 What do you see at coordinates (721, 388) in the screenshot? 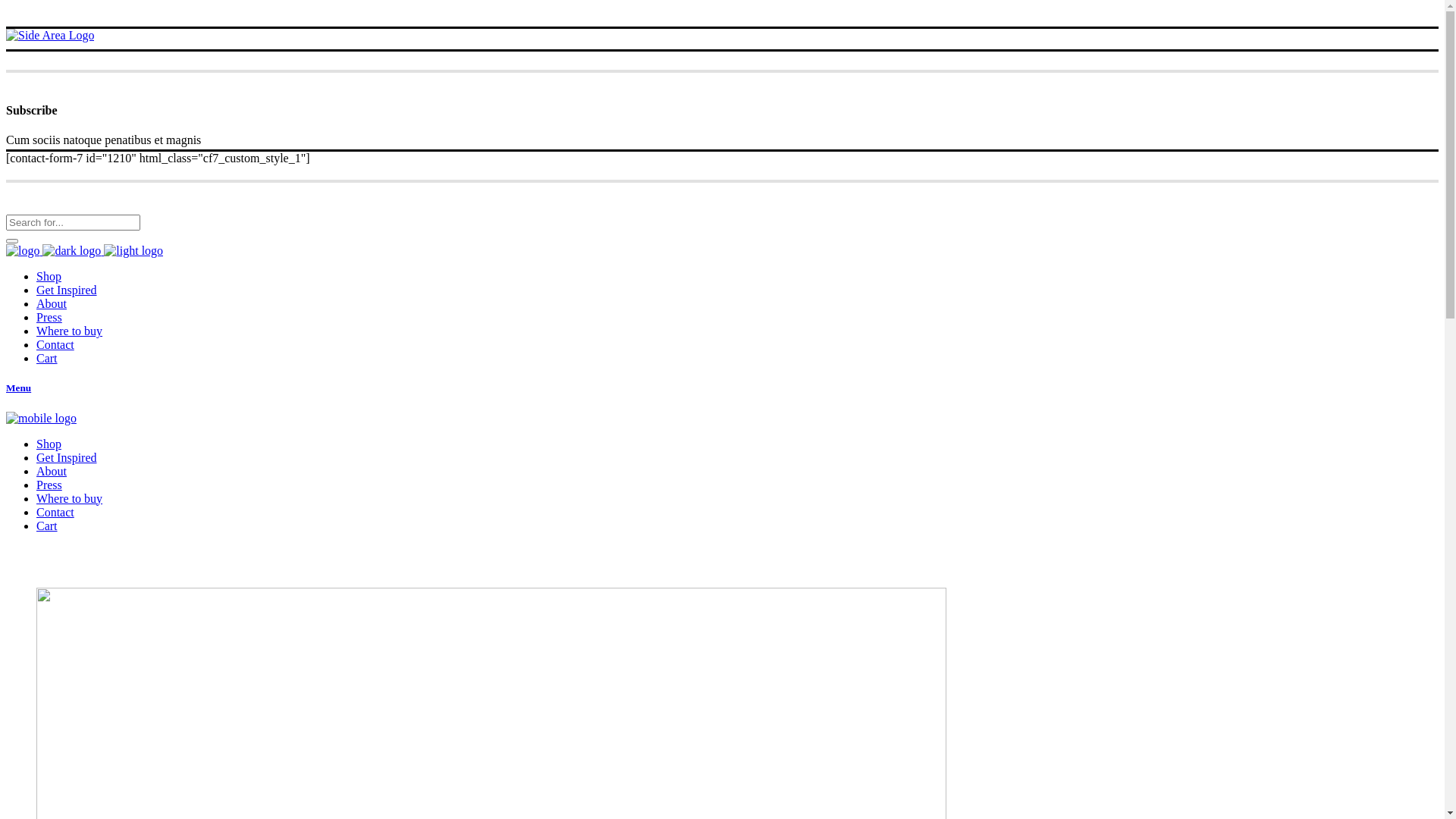
I see `'Menu'` at bounding box center [721, 388].